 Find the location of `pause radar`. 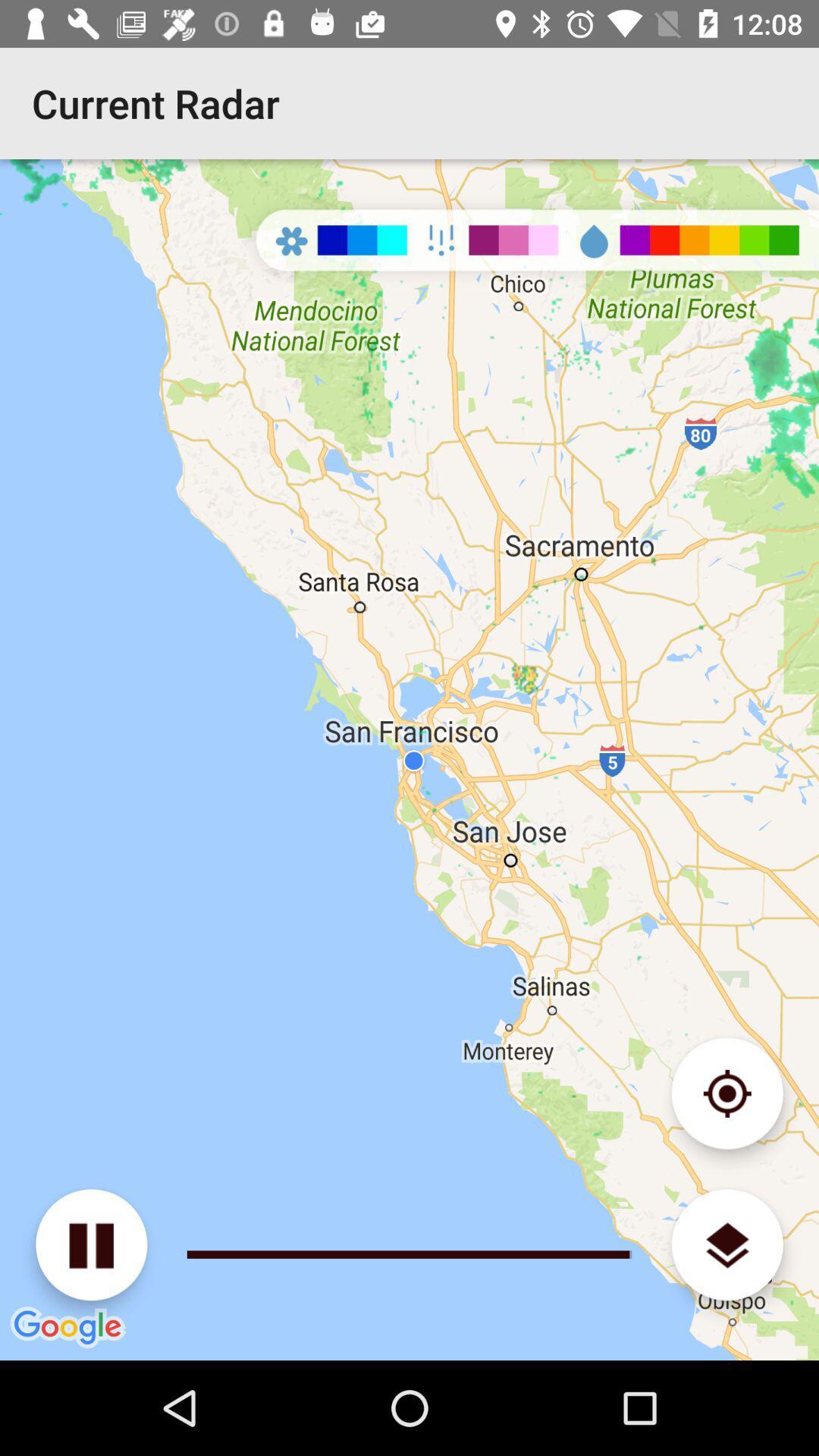

pause radar is located at coordinates (91, 1244).